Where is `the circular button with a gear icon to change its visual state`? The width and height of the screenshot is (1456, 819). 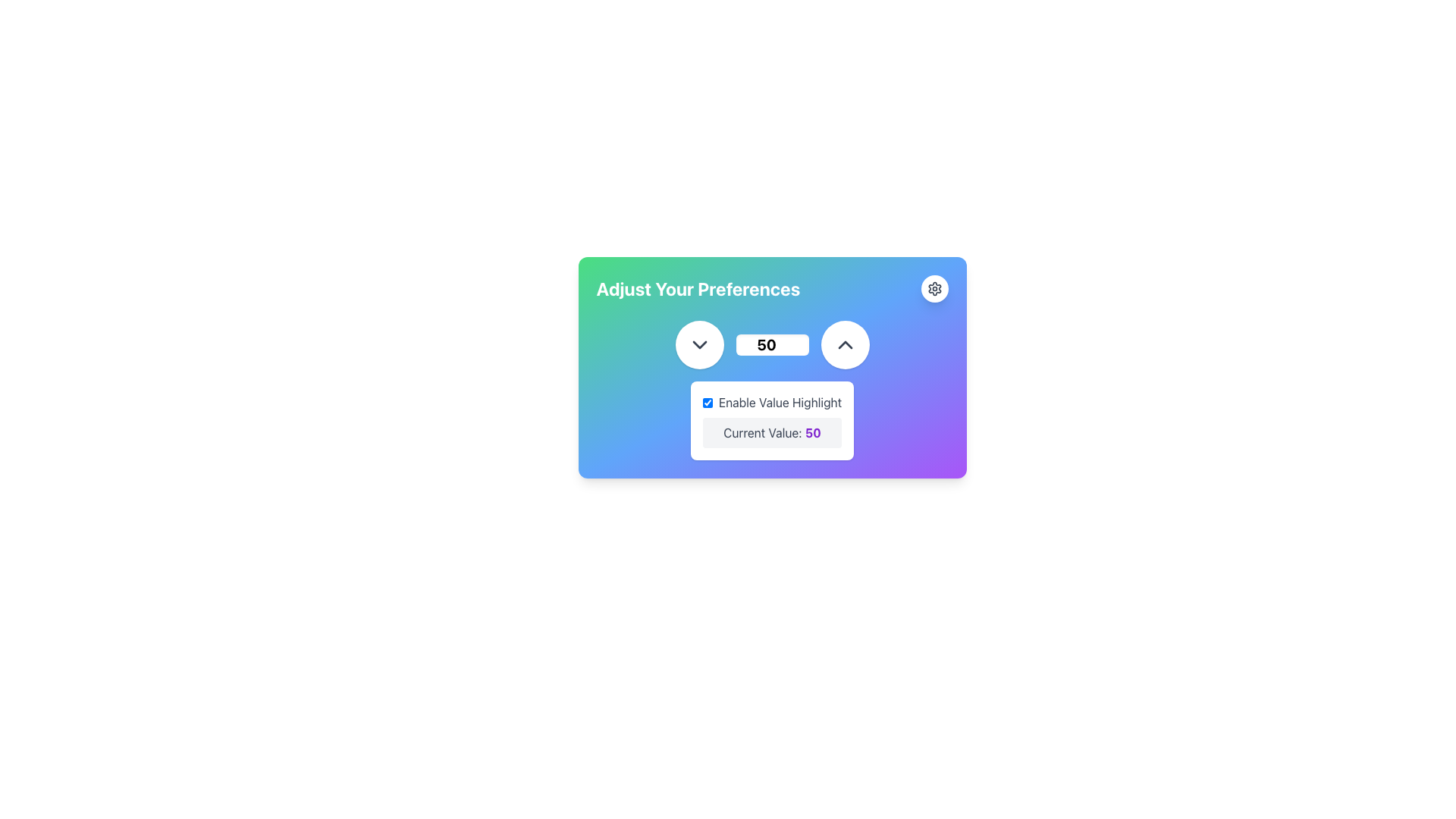 the circular button with a gear icon to change its visual state is located at coordinates (934, 289).